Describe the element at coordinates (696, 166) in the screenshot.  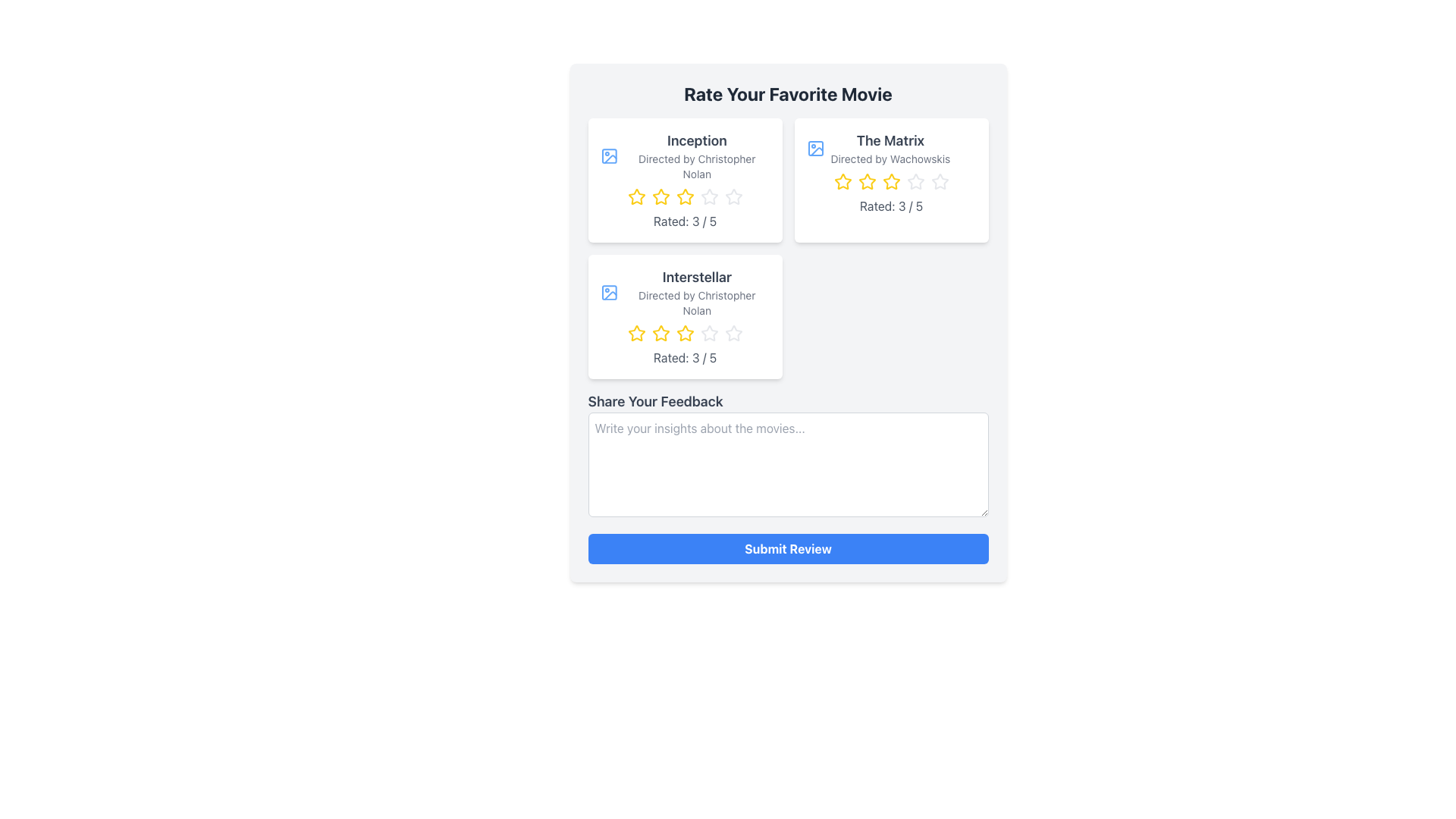
I see `the text label that reads 'Directed by Christopher Nolan', which is styled in a small gray font and located below the title 'Inception' within the top-left movie card` at that location.